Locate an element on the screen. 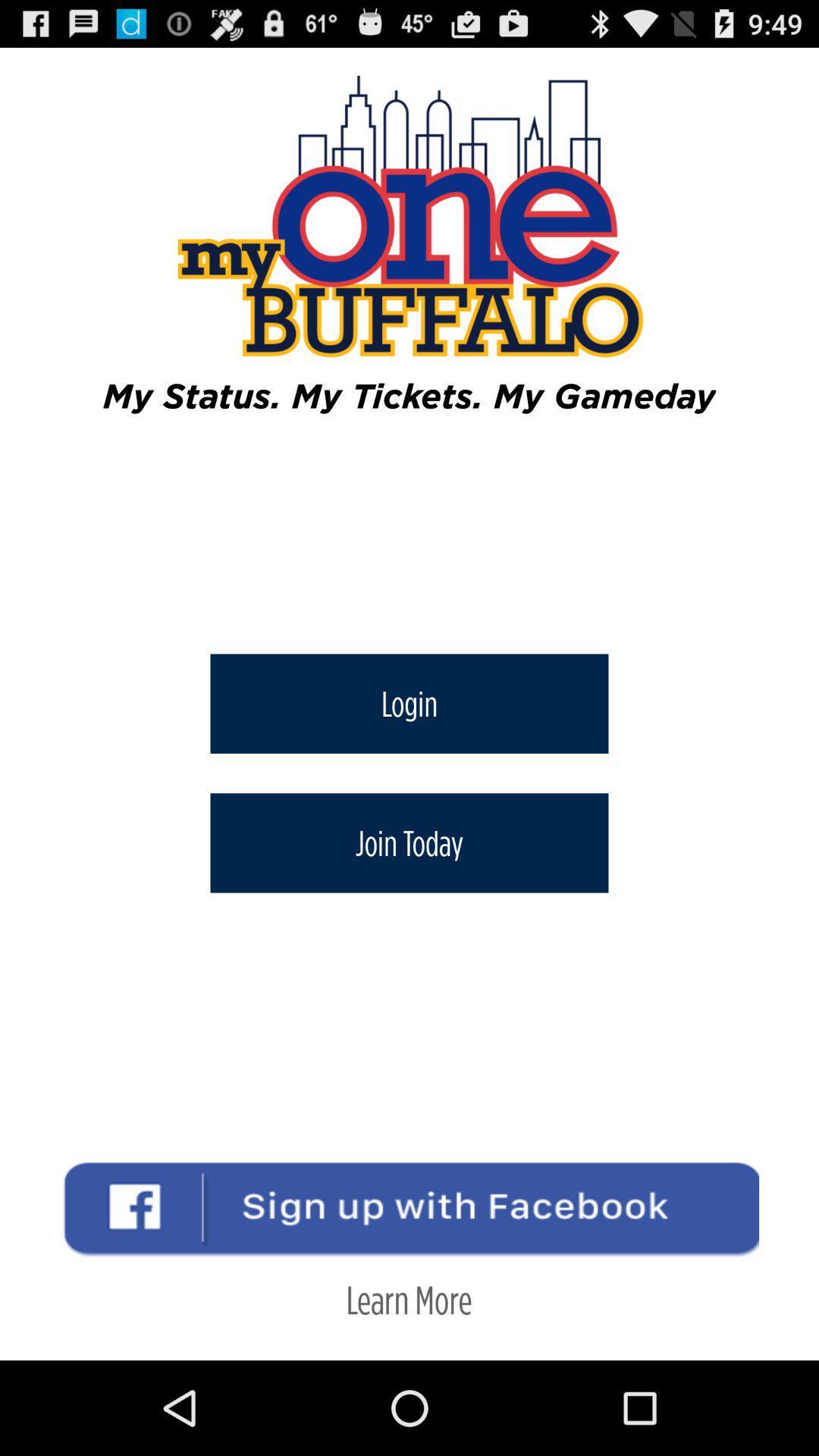 The image size is (819, 1456). the join today button is located at coordinates (409, 842).